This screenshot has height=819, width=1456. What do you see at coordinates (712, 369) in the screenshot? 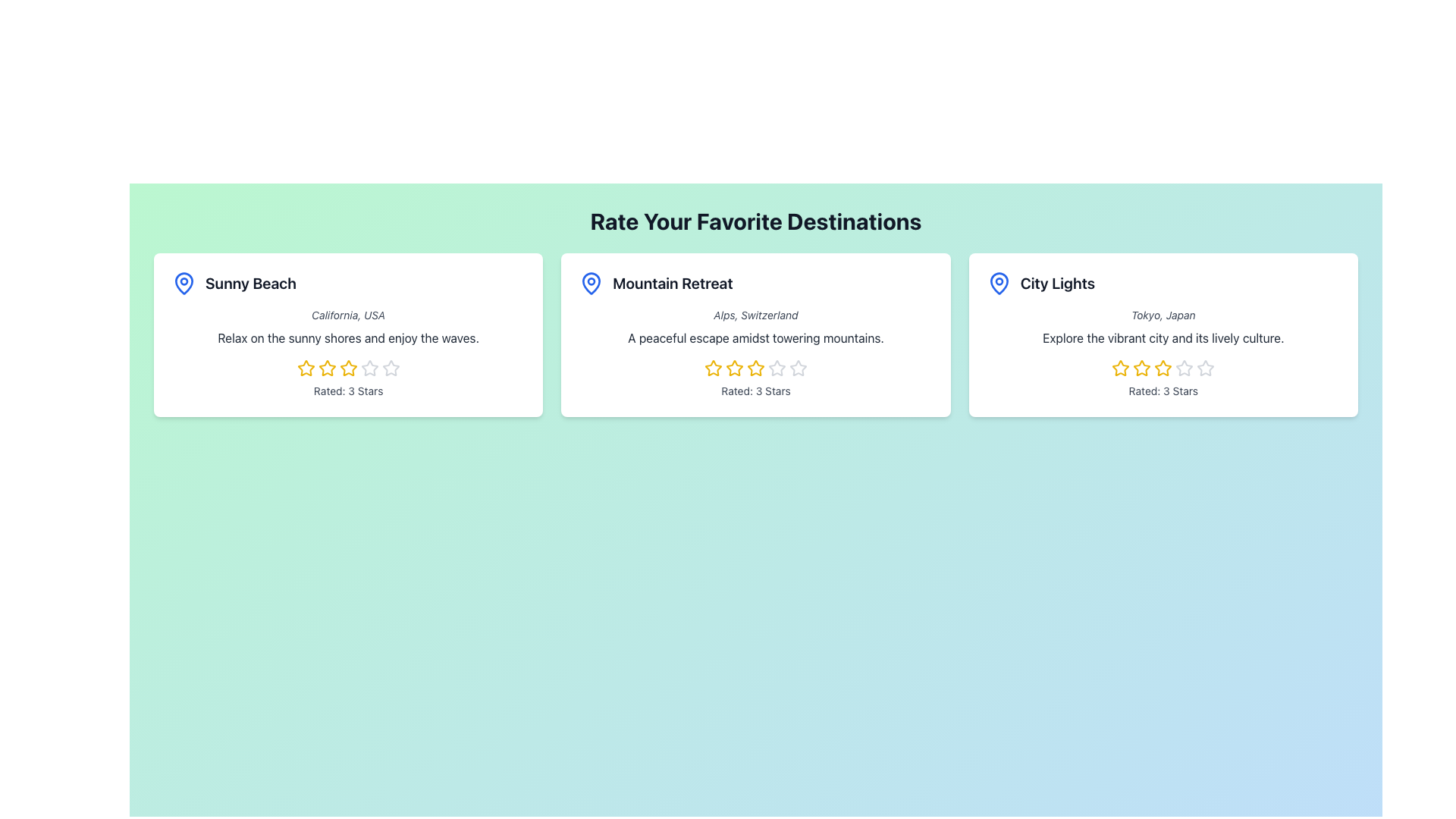
I see `the second rating star icon in the rating system of the 'Mountain Retreat' card` at bounding box center [712, 369].